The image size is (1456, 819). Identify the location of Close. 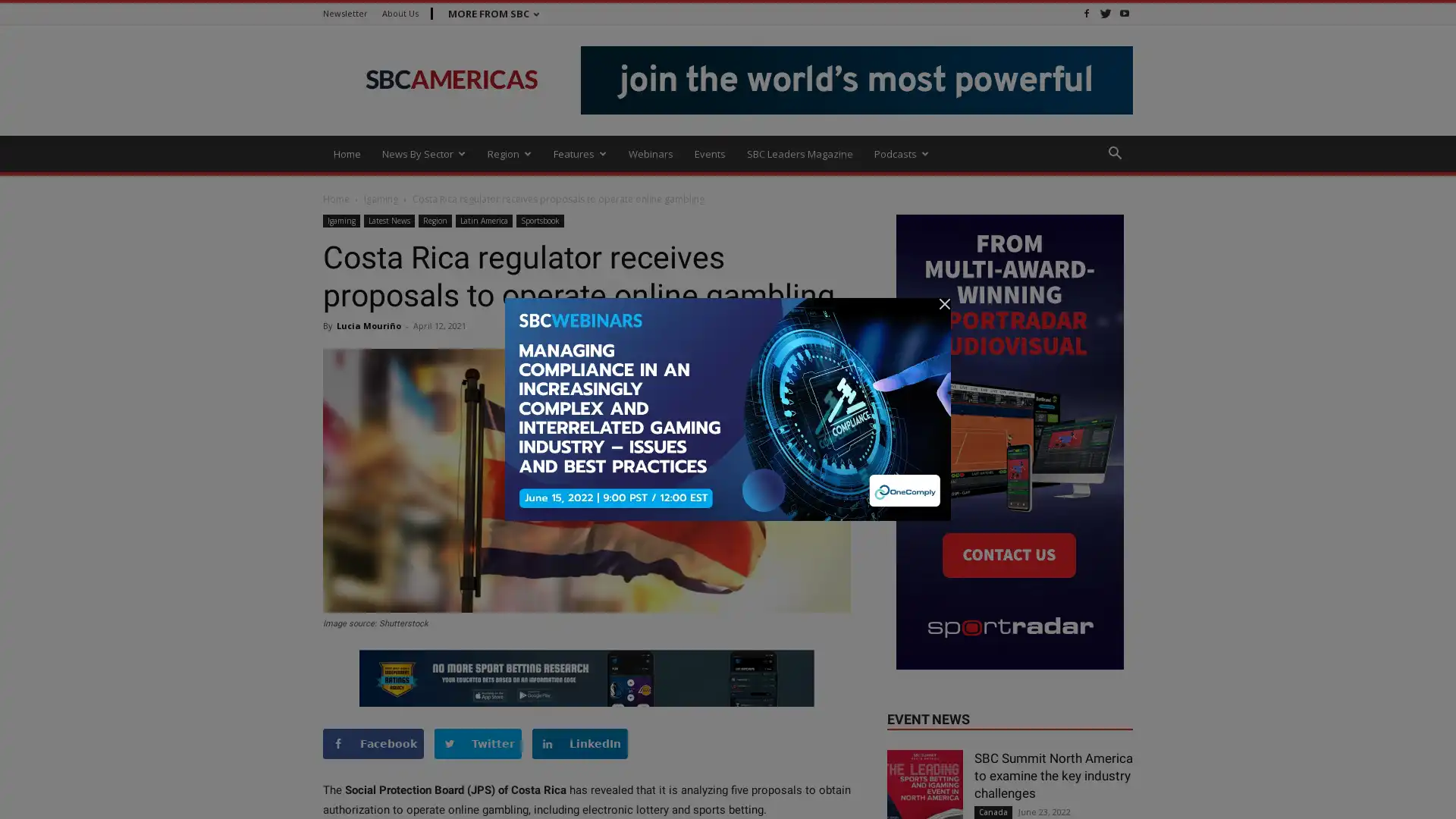
(1429, 789).